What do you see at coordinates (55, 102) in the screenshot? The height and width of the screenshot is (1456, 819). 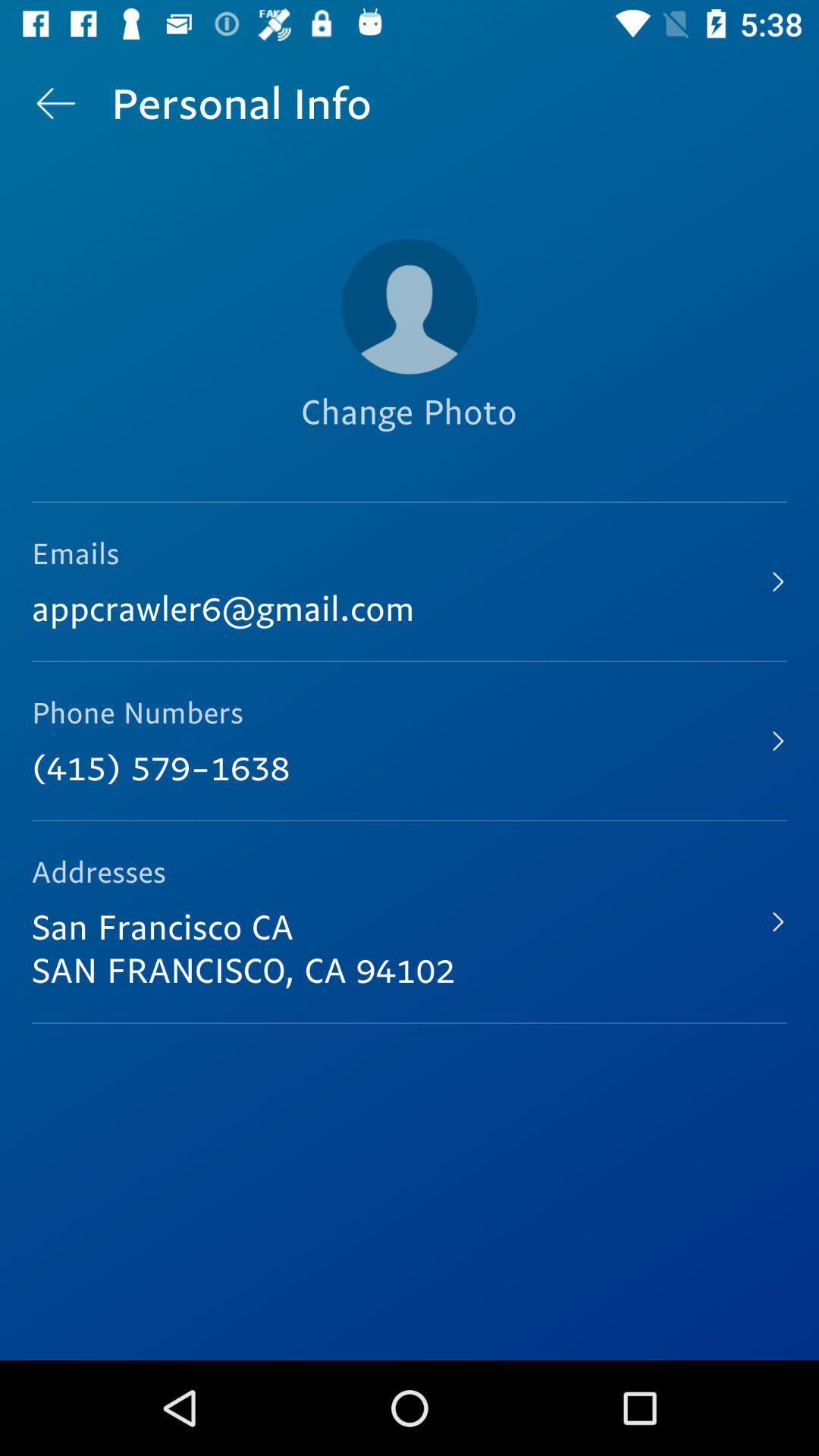 I see `the item to the left of the personal info` at bounding box center [55, 102].